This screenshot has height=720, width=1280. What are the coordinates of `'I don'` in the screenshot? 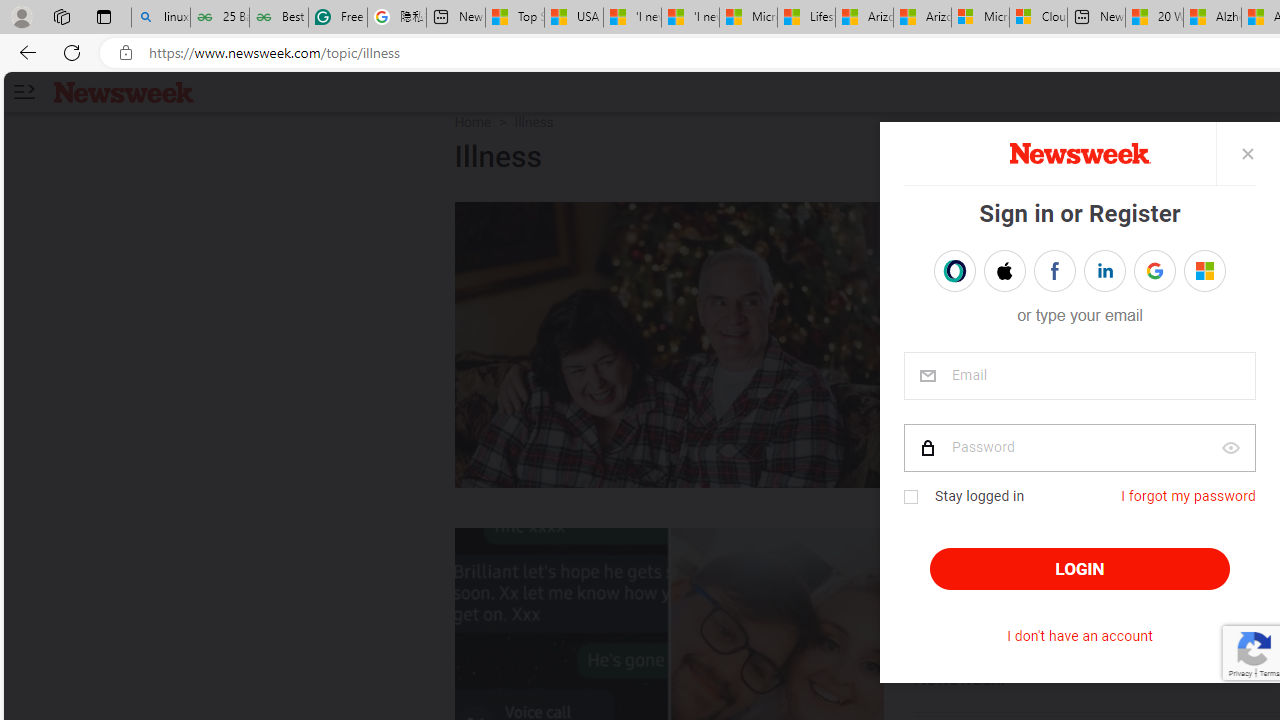 It's located at (1078, 636).